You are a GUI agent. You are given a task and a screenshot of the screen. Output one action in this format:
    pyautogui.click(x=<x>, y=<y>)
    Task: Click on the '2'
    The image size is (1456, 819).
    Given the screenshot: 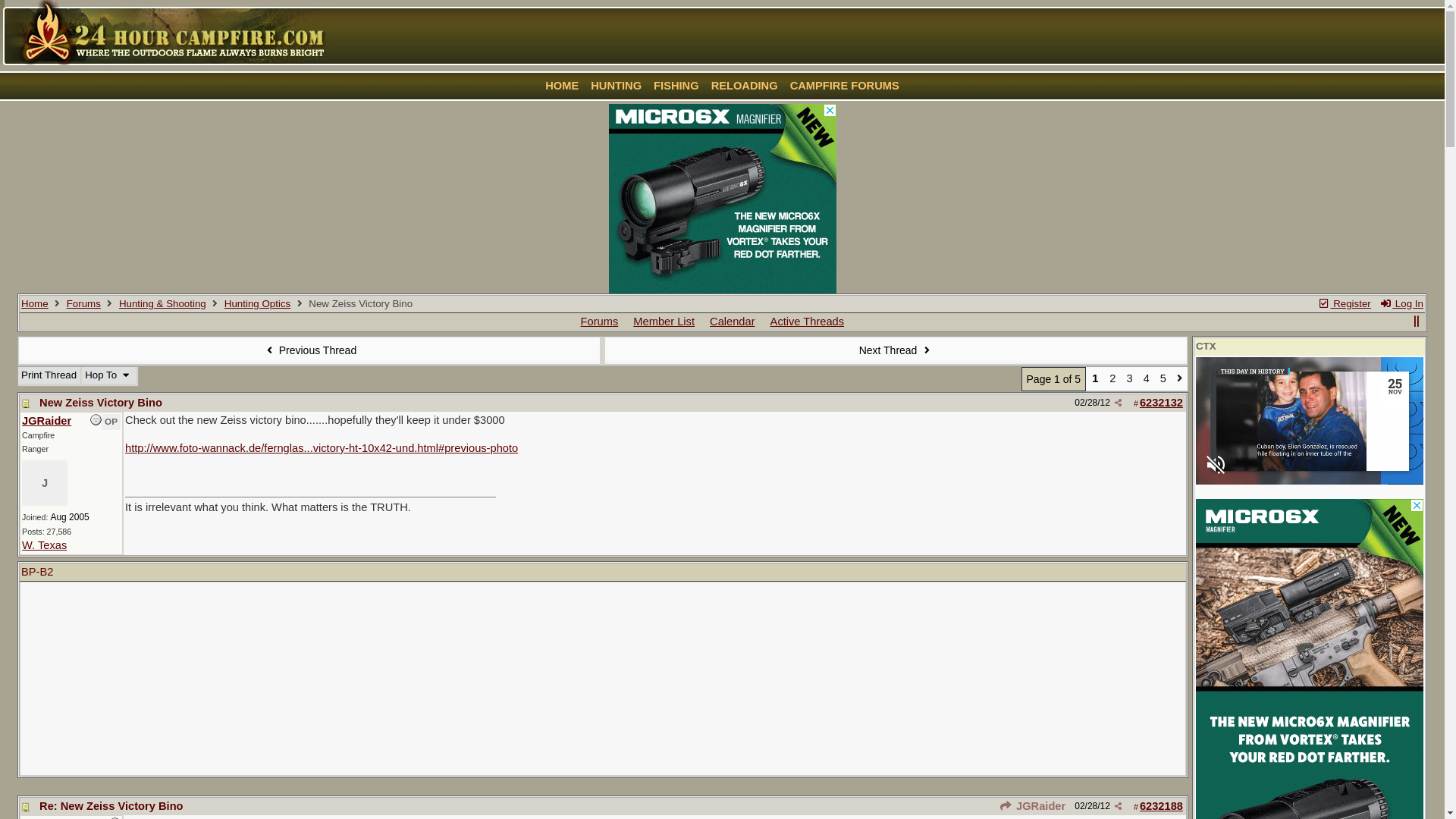 What is the action you would take?
    pyautogui.click(x=1112, y=378)
    